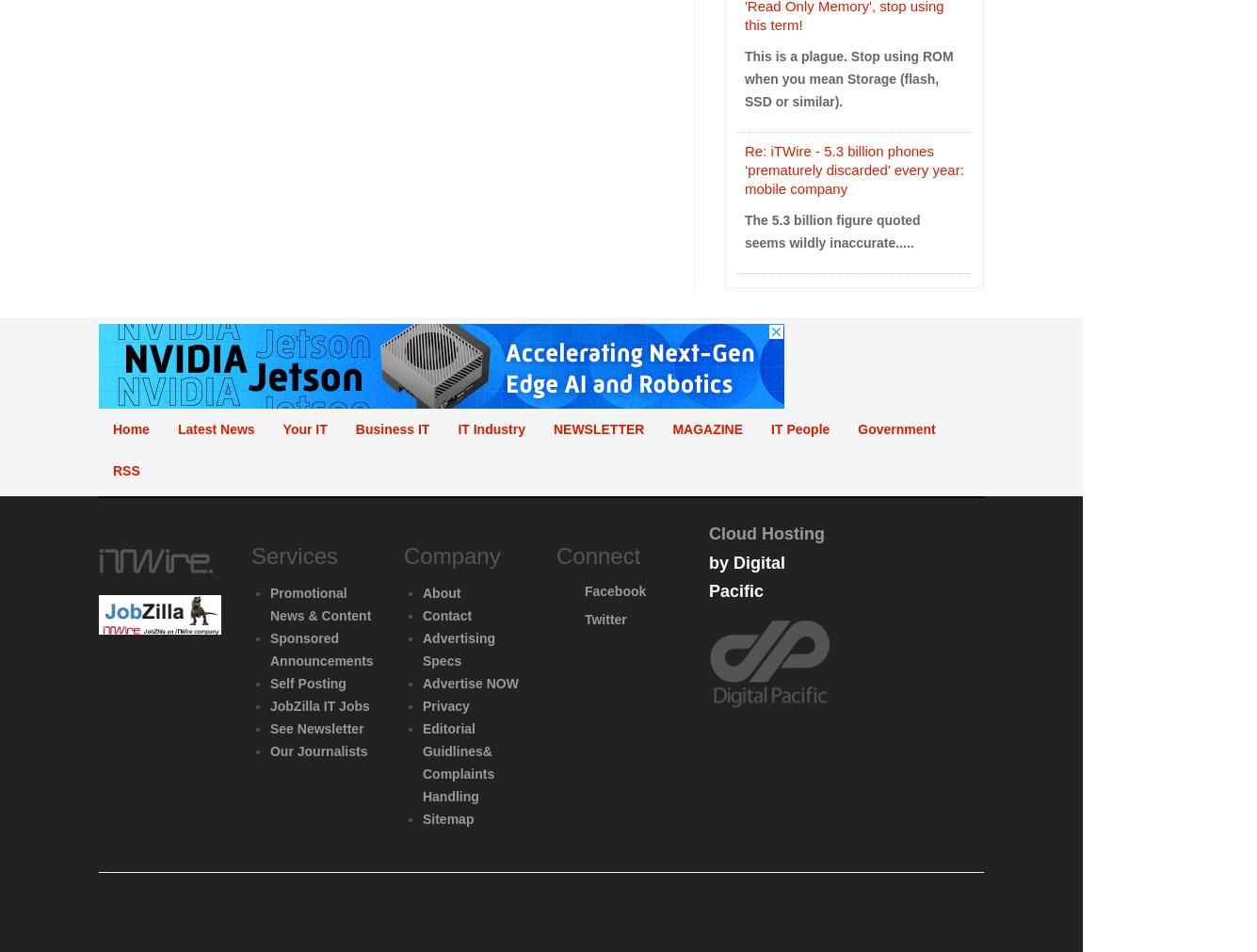 Image resolution: width=1257 pixels, height=952 pixels. Describe the element at coordinates (267, 649) in the screenshot. I see `'Sponsored Announcements'` at that location.